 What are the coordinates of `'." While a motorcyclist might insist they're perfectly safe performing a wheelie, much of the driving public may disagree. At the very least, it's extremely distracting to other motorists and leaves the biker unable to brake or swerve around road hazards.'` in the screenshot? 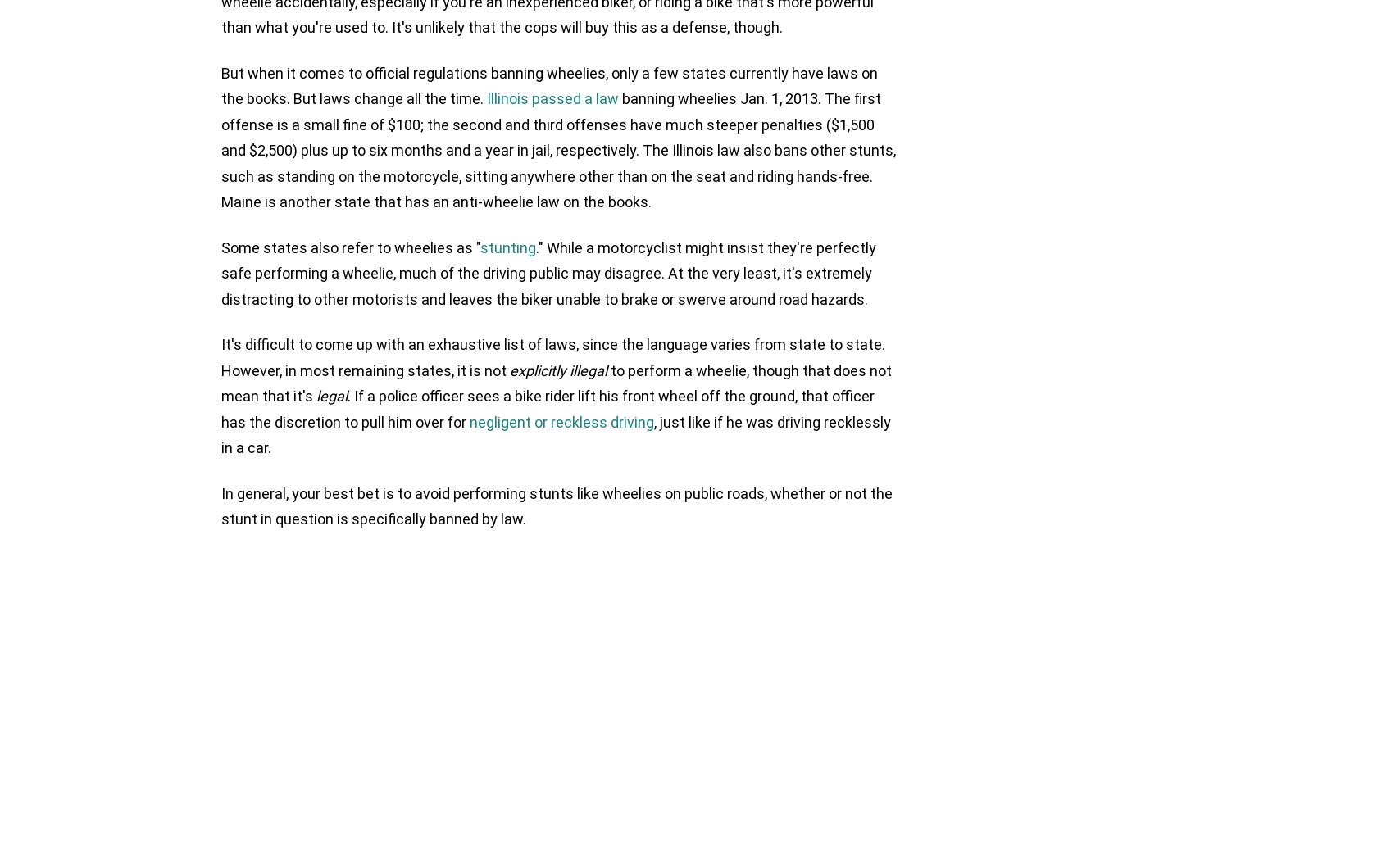 It's located at (548, 272).